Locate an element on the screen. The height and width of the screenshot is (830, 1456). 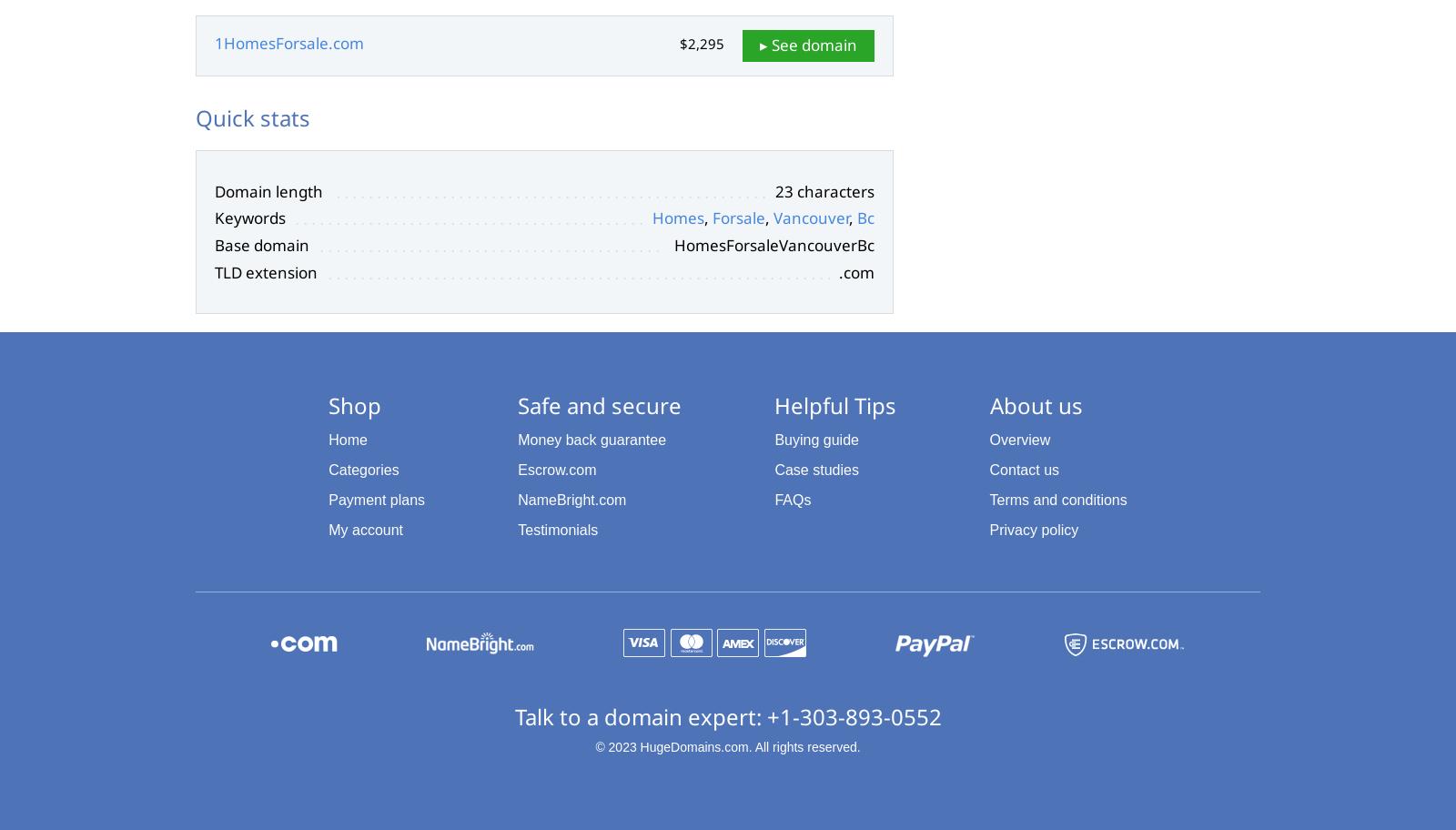
'23 characters' is located at coordinates (824, 189).